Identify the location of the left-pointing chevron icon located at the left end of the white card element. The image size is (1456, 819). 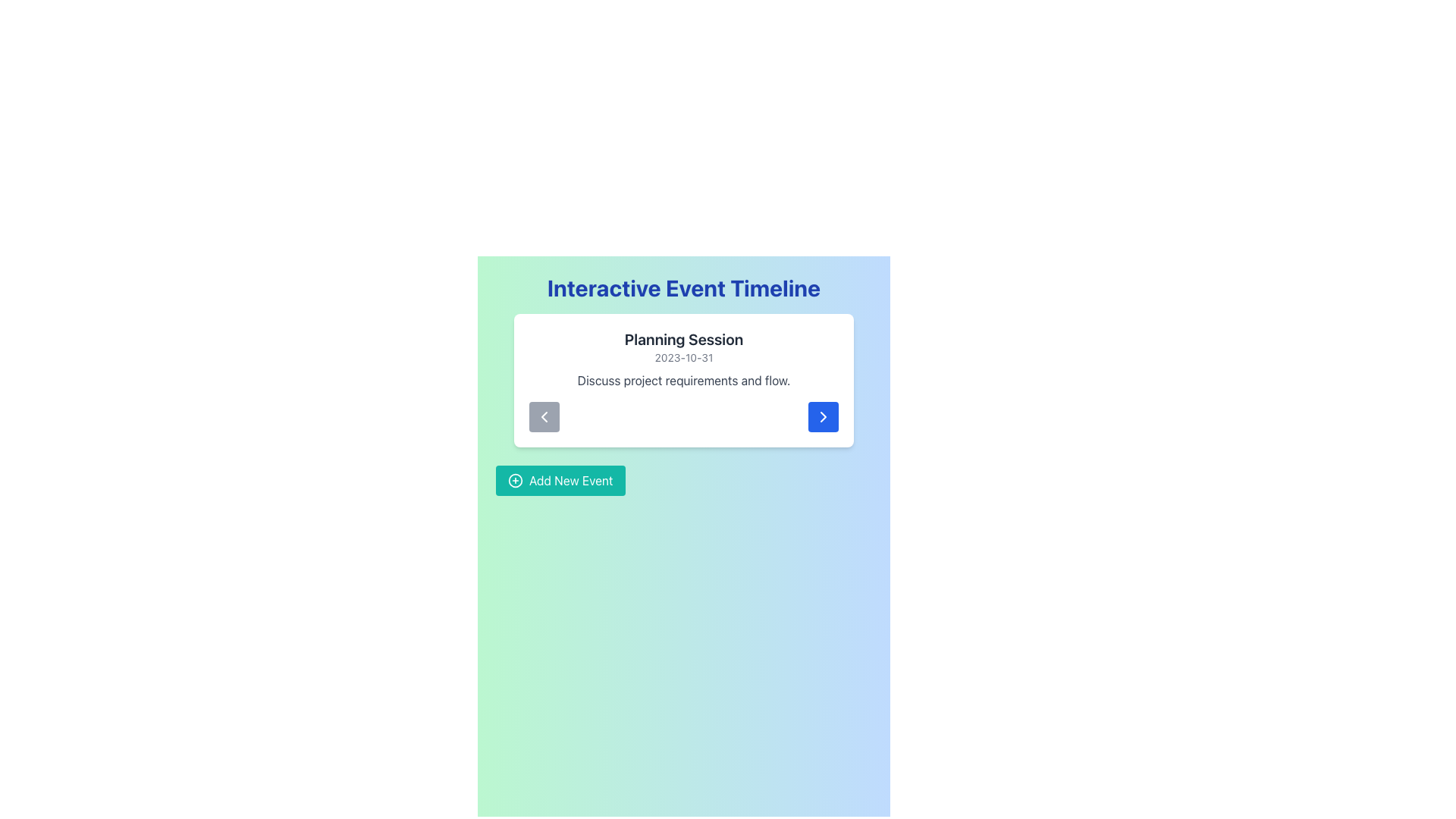
(544, 417).